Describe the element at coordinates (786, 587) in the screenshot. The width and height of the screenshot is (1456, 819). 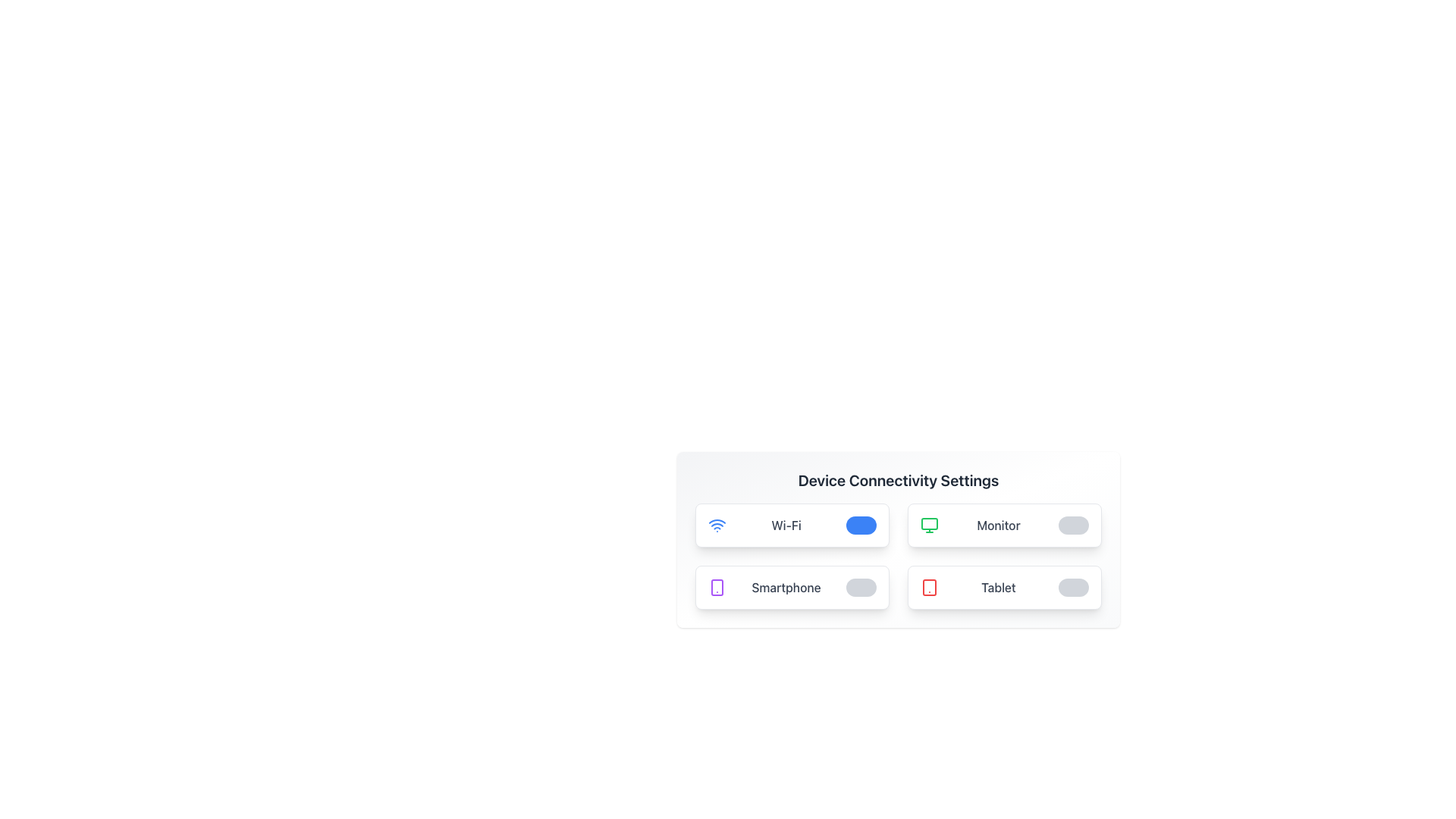
I see `the third text label in the bottom-left section of the connectivity settings grid layout, which serves as a descriptive identifier for an associated toggle or feature` at that location.